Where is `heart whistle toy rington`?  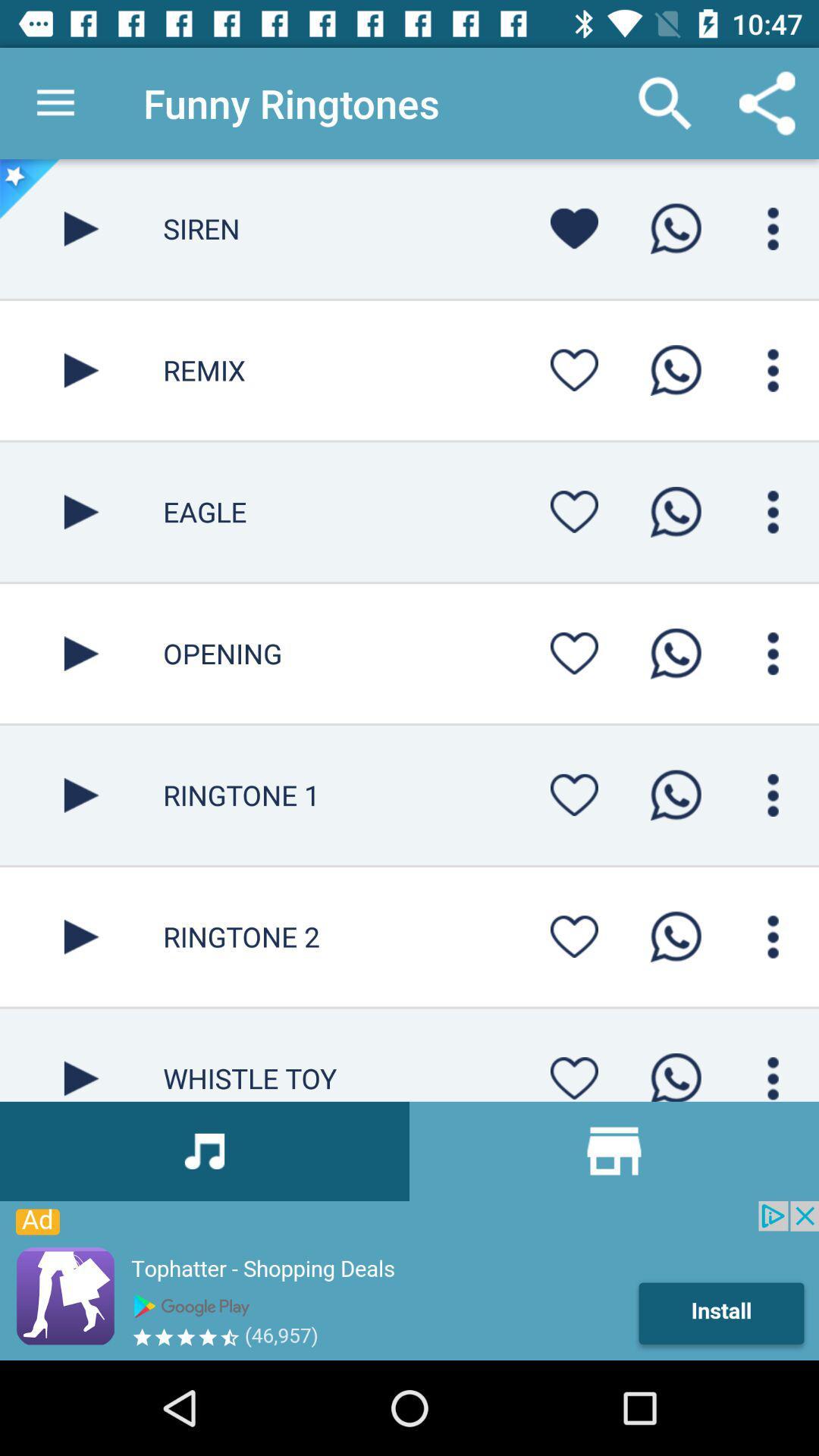
heart whistle toy rington is located at coordinates (574, 1073).